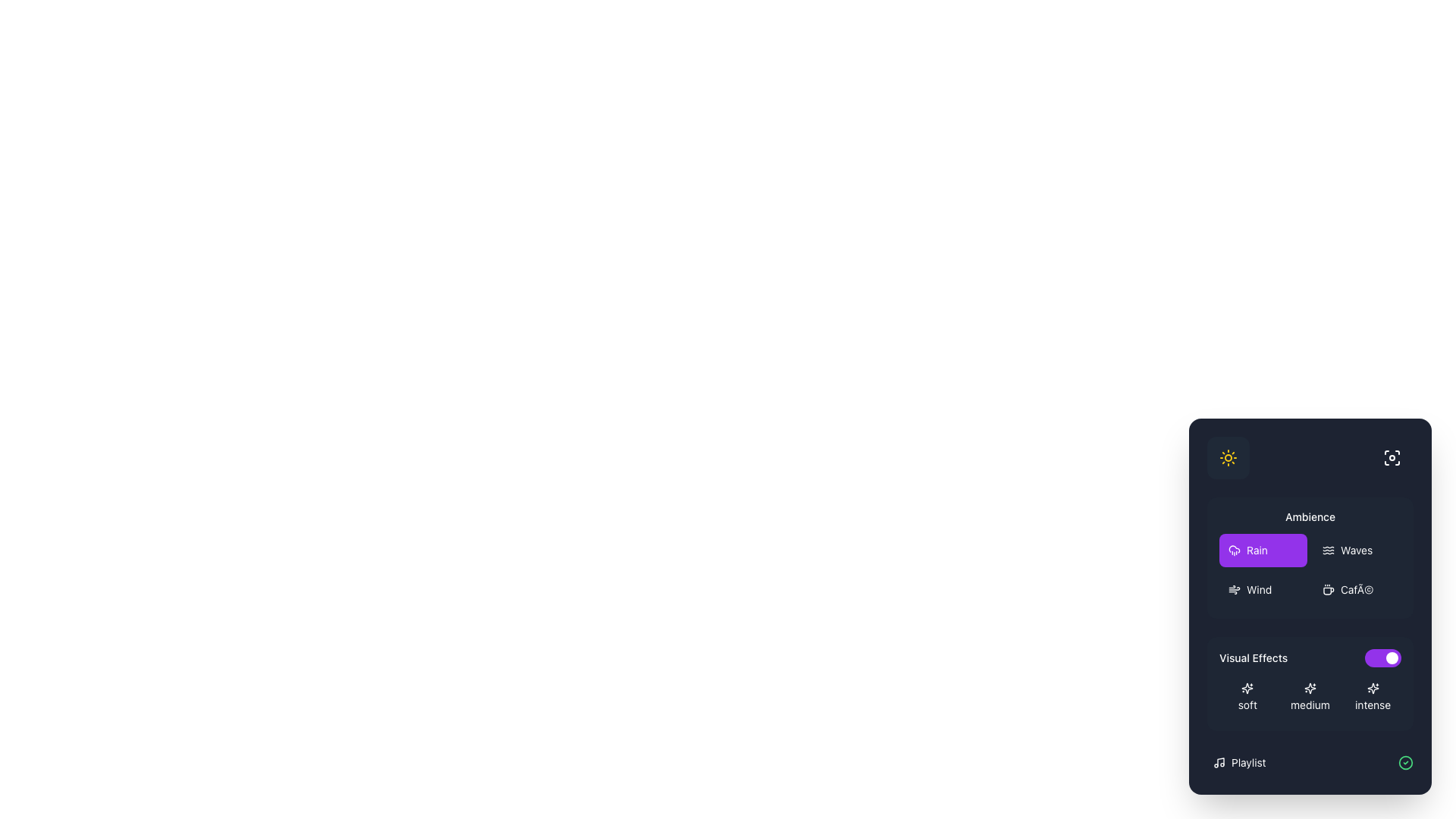  What do you see at coordinates (1248, 763) in the screenshot?
I see `the text label reading 'Playlist' located to the right of the music icon in the bottom-left corner of the dark-themed sidebar` at bounding box center [1248, 763].